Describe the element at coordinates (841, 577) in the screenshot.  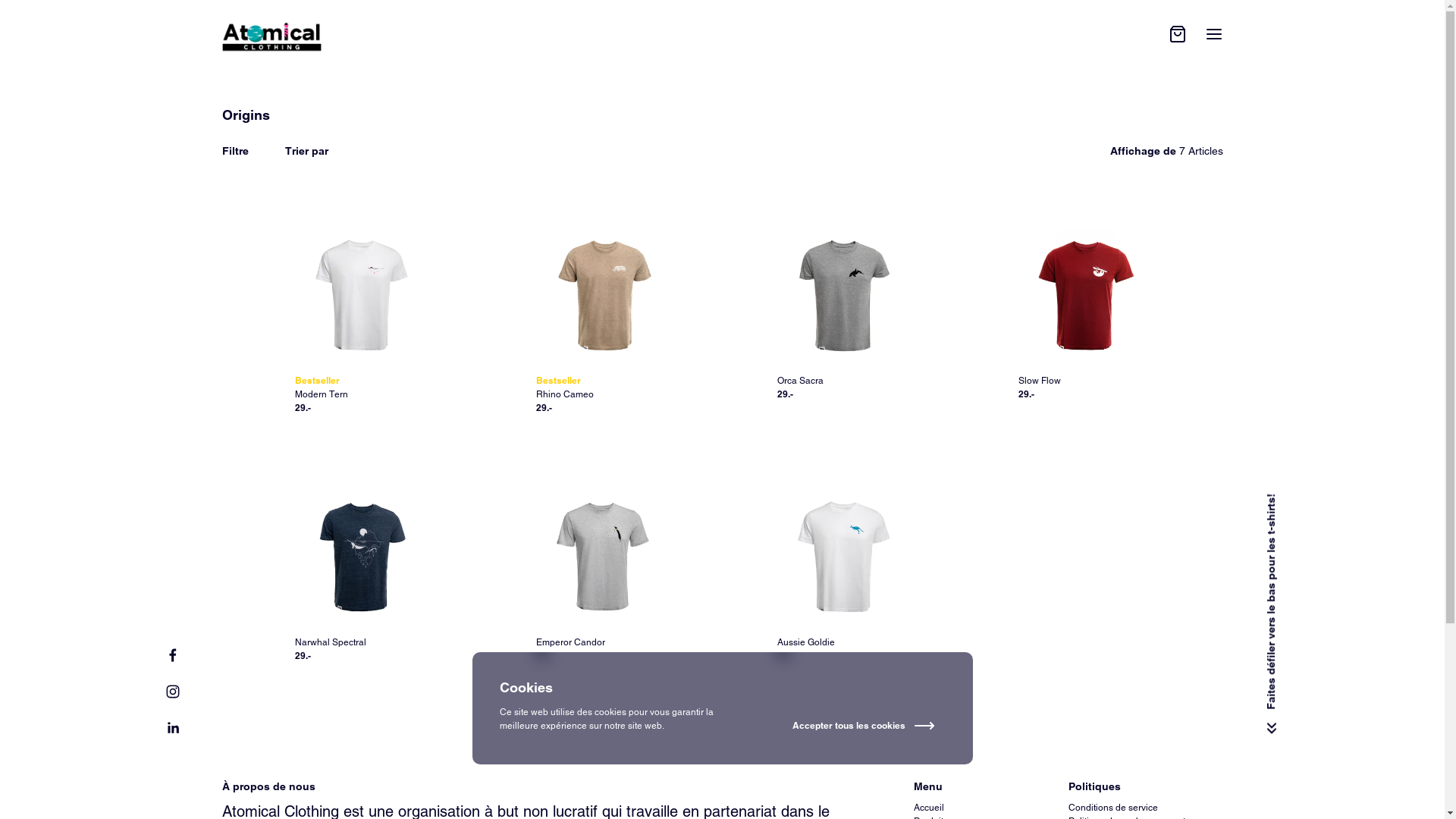
I see `'Aussie Goldie` at that location.